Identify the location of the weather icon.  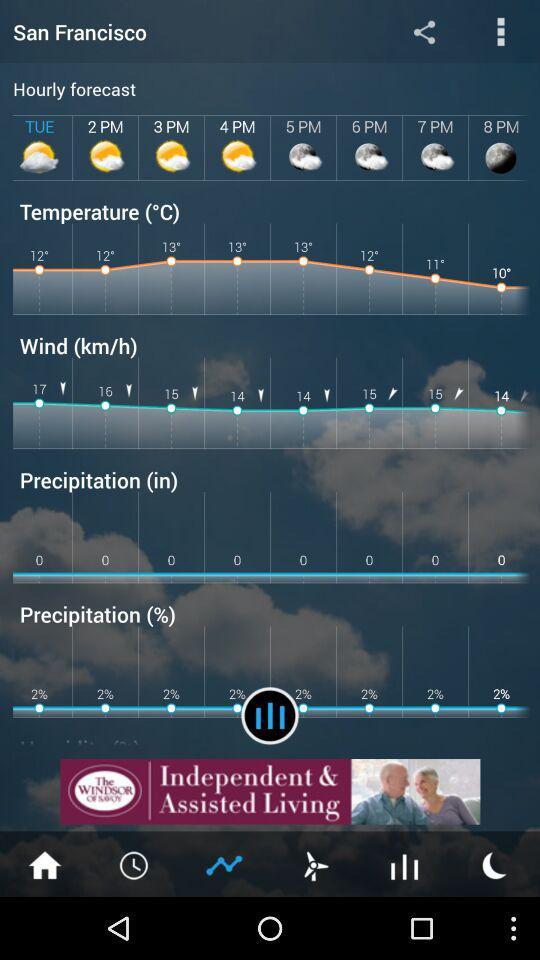
(494, 925).